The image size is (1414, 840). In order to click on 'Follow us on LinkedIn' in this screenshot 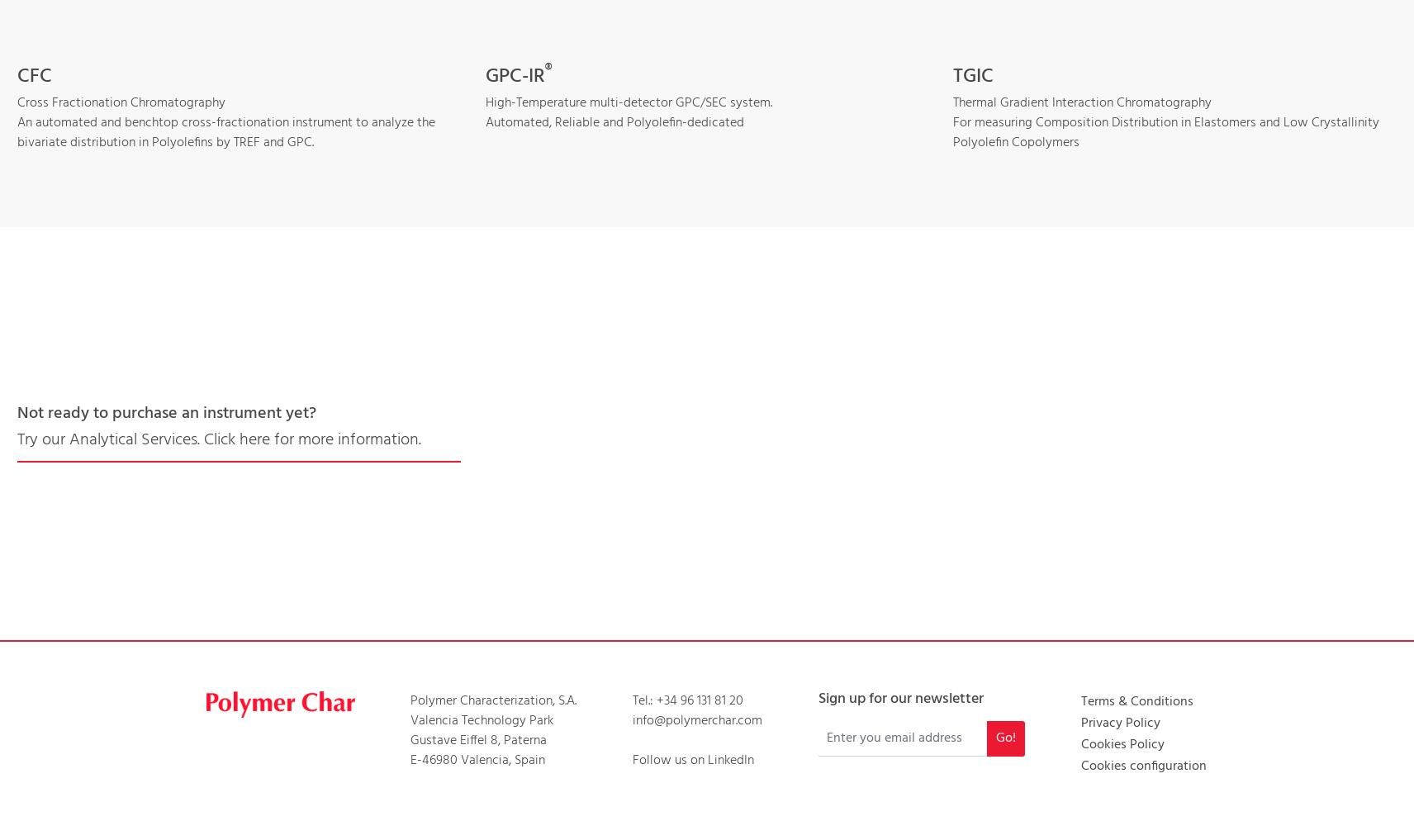, I will do `click(631, 758)`.